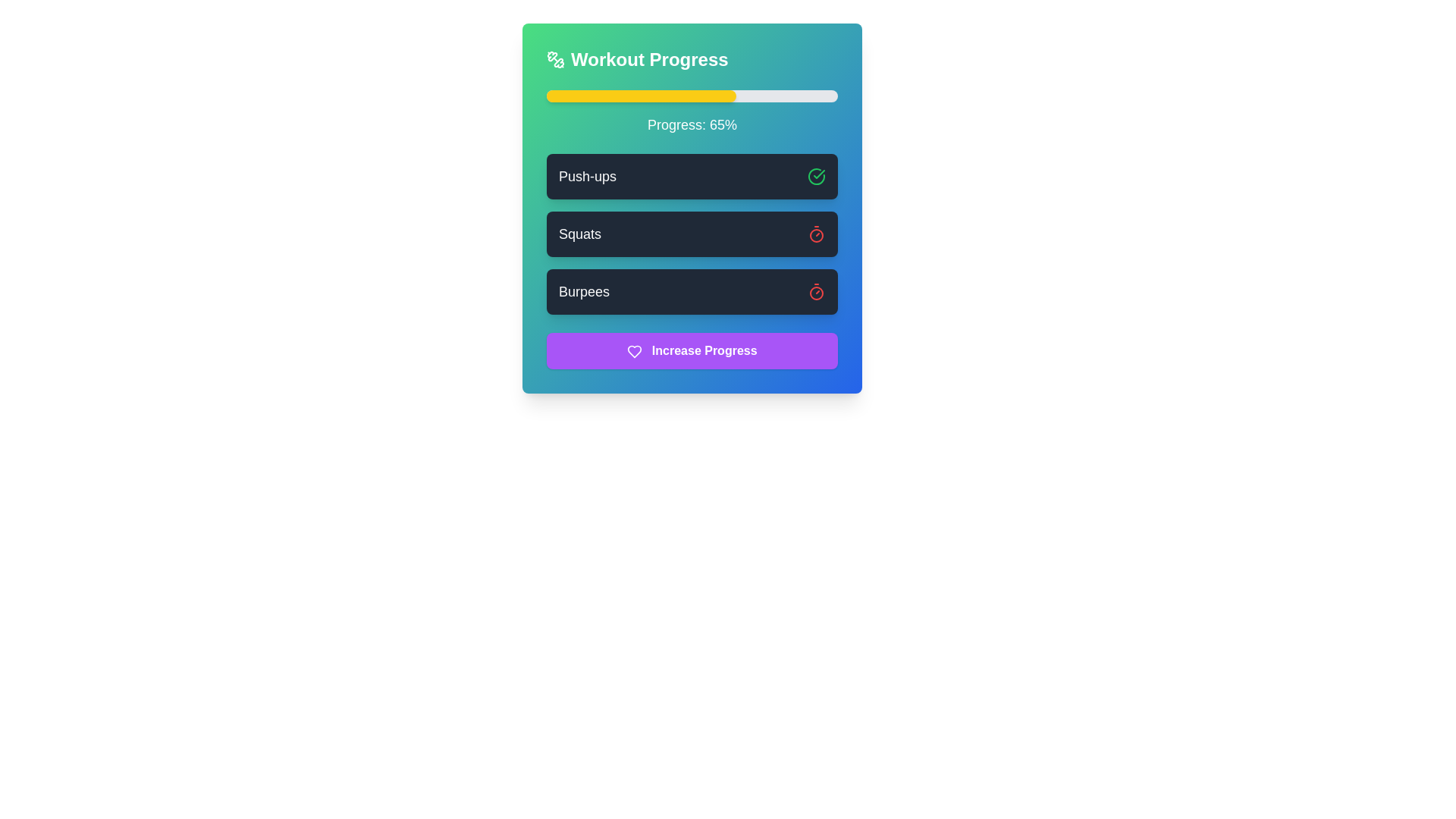  I want to click on text label that serves as the title of the exercise card, positioned at the top left of the card, before the green check icon, so click(587, 175).